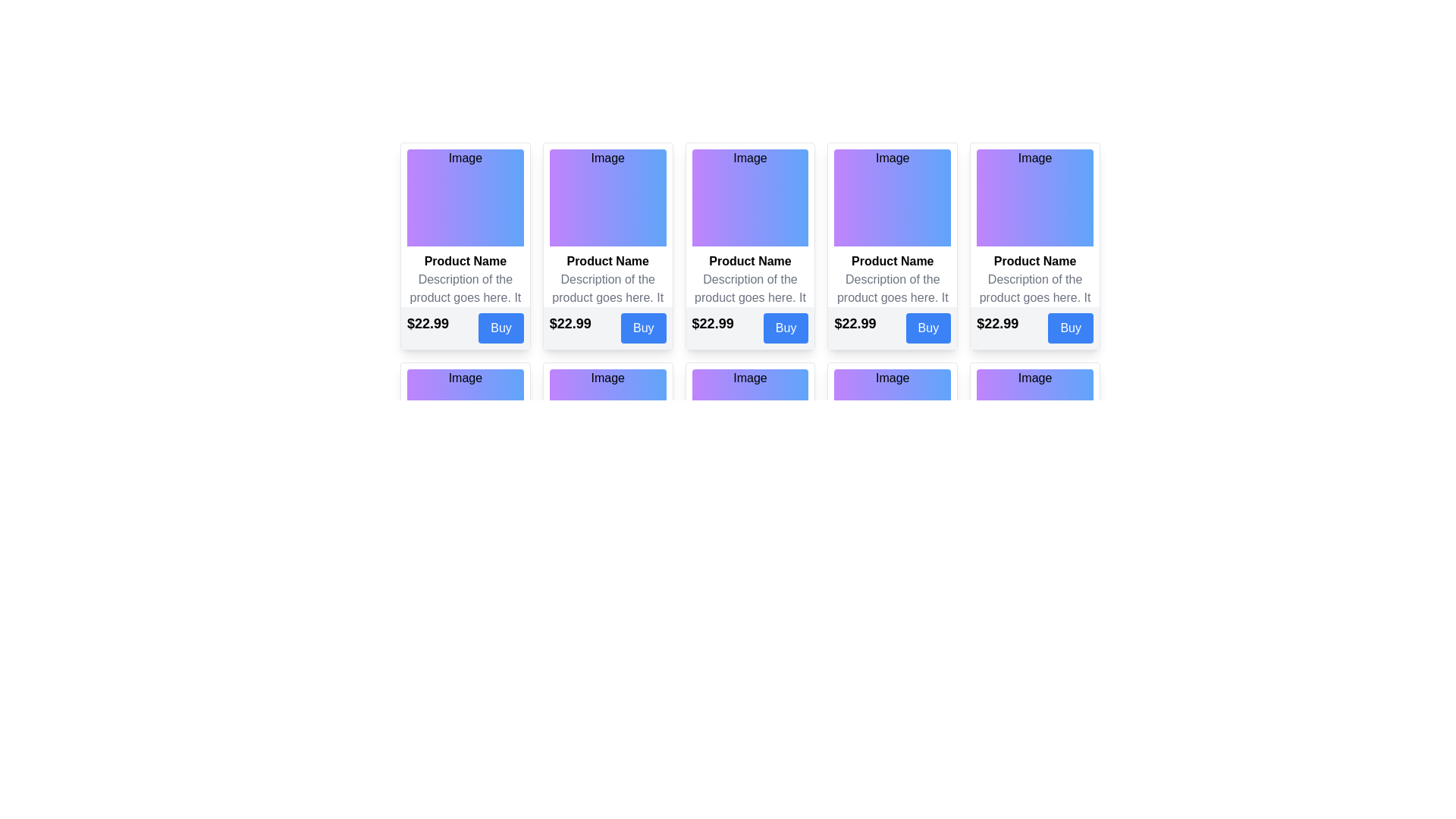 The image size is (1456, 819). What do you see at coordinates (464, 245) in the screenshot?
I see `the first product card in the grid layout` at bounding box center [464, 245].